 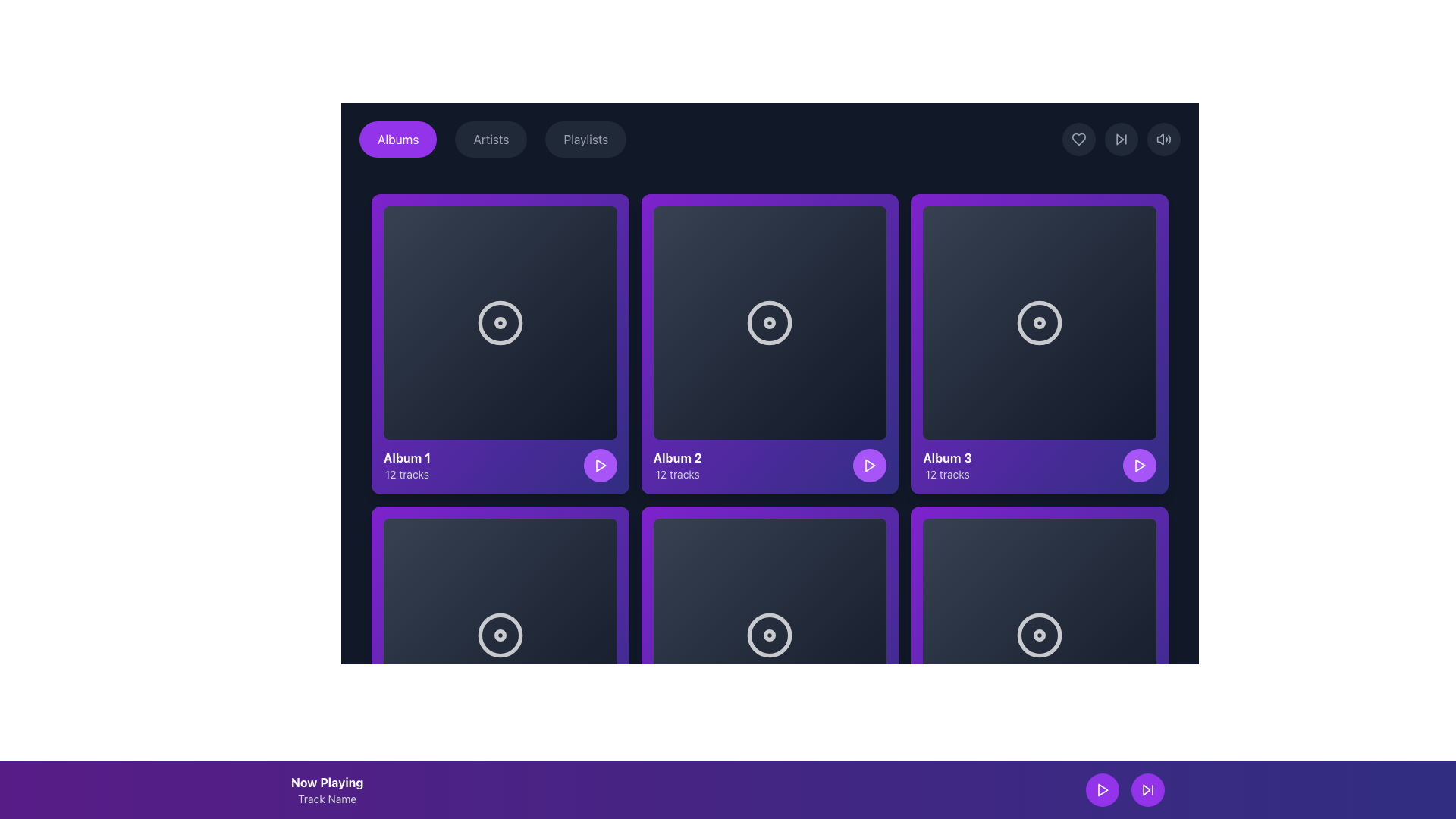 I want to click on the small circular static decorative element (SVG circle) at the center of the compact disc icon in the lower-left tile of the album cover grid layout, so click(x=500, y=635).